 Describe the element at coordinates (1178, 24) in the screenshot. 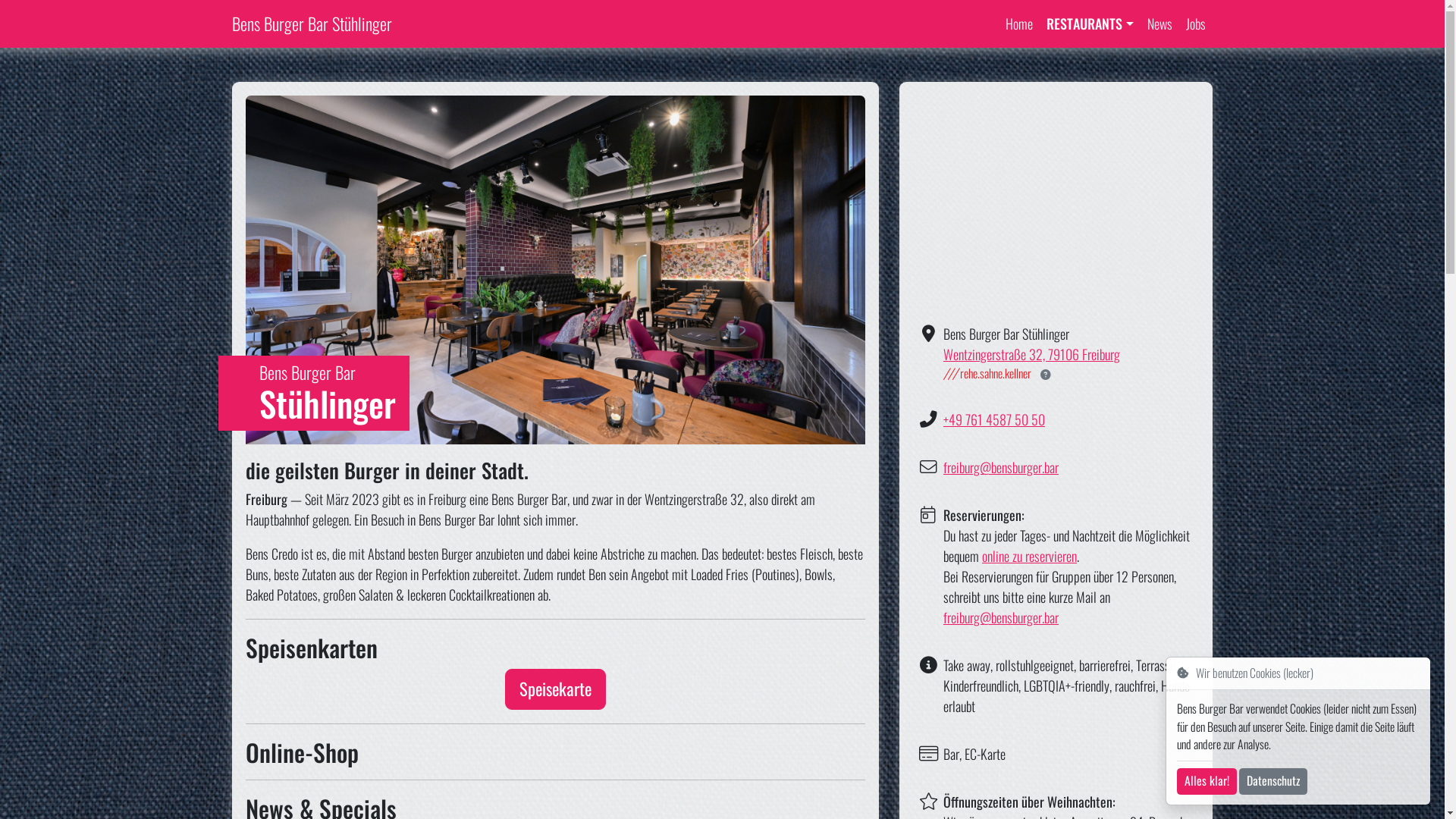

I see `'Jobs'` at that location.